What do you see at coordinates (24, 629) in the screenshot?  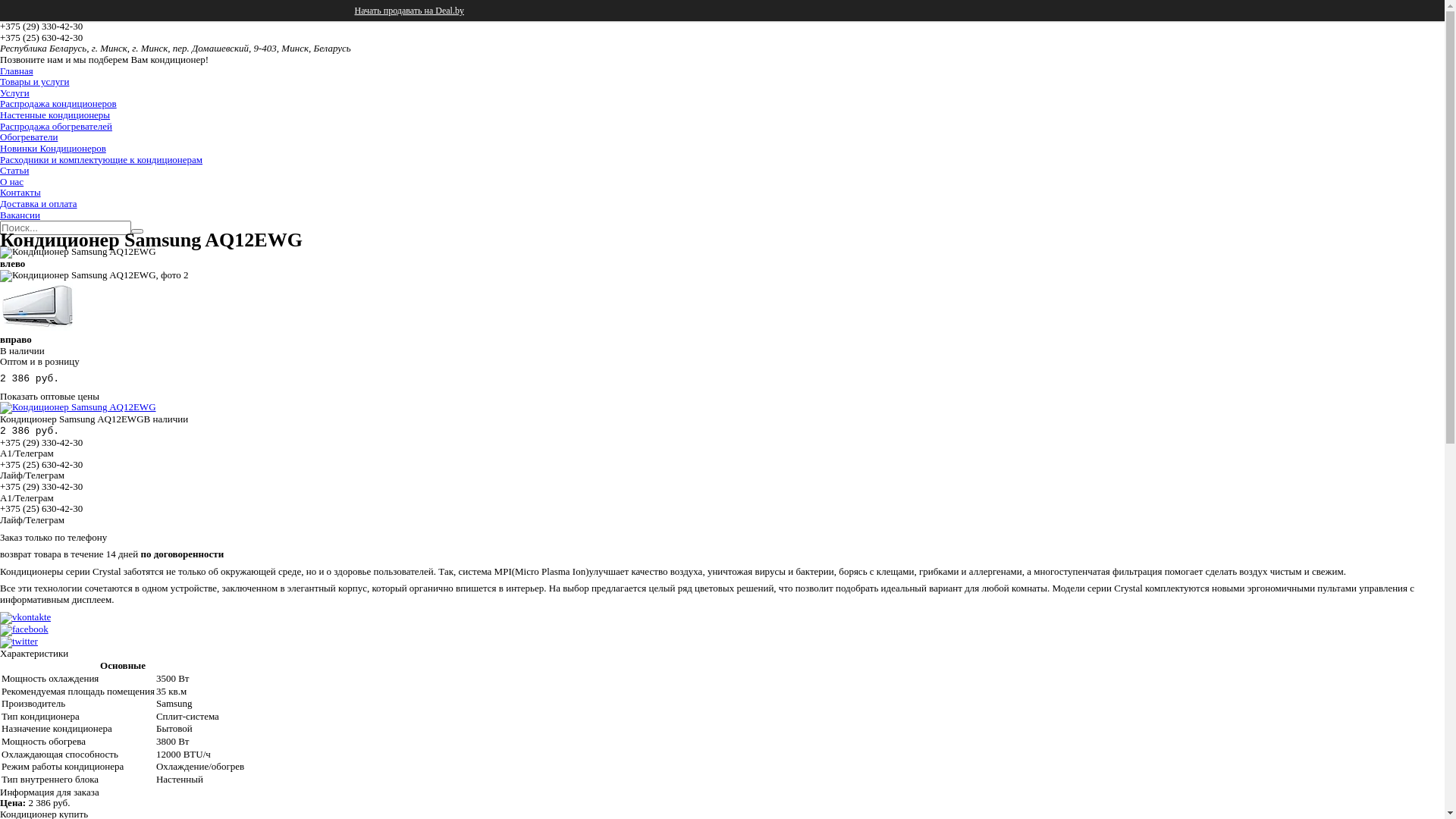 I see `'facebook'` at bounding box center [24, 629].